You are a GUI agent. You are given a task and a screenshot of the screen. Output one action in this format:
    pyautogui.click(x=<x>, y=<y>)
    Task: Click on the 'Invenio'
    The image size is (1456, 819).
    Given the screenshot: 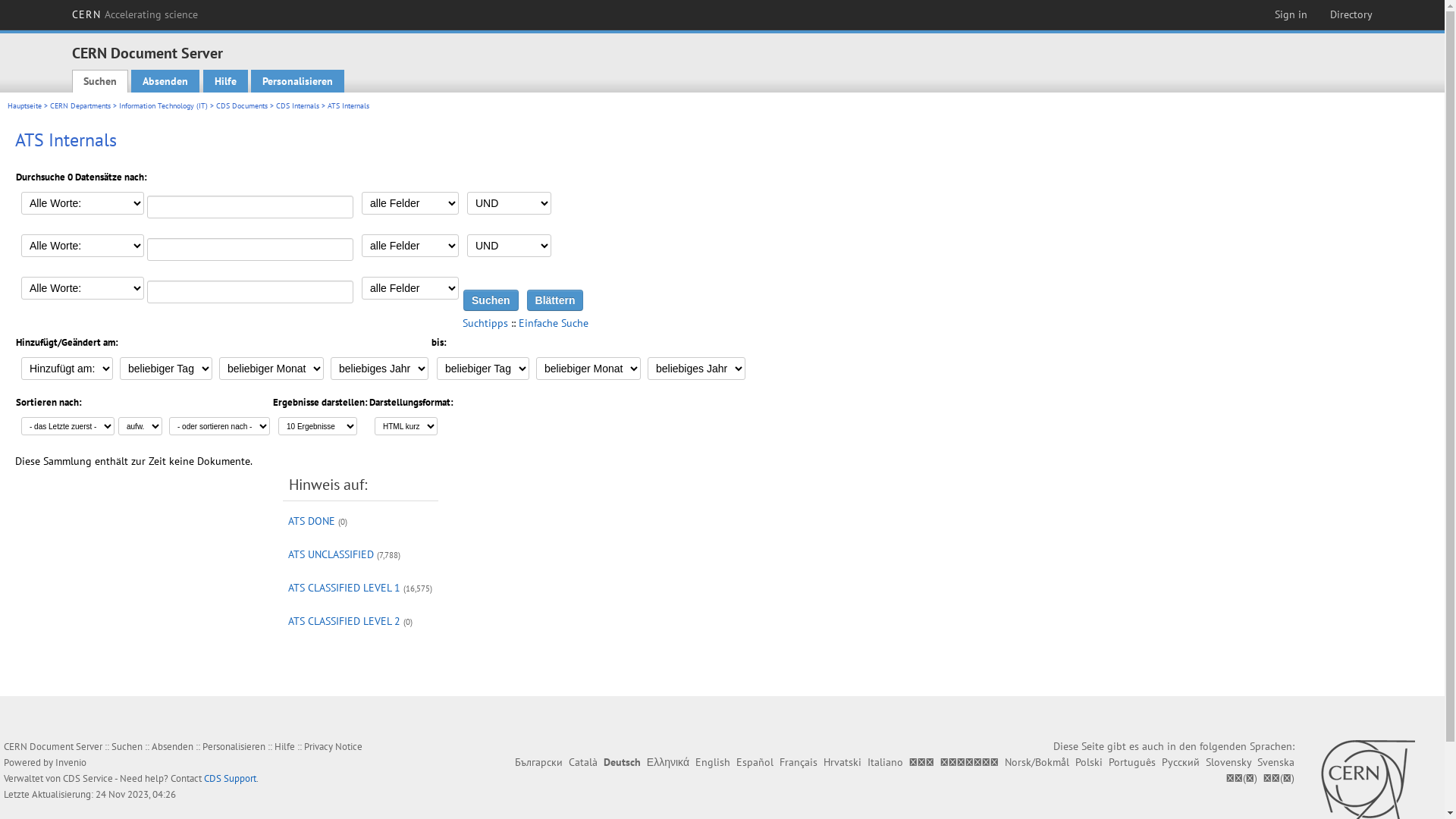 What is the action you would take?
    pyautogui.click(x=70, y=762)
    